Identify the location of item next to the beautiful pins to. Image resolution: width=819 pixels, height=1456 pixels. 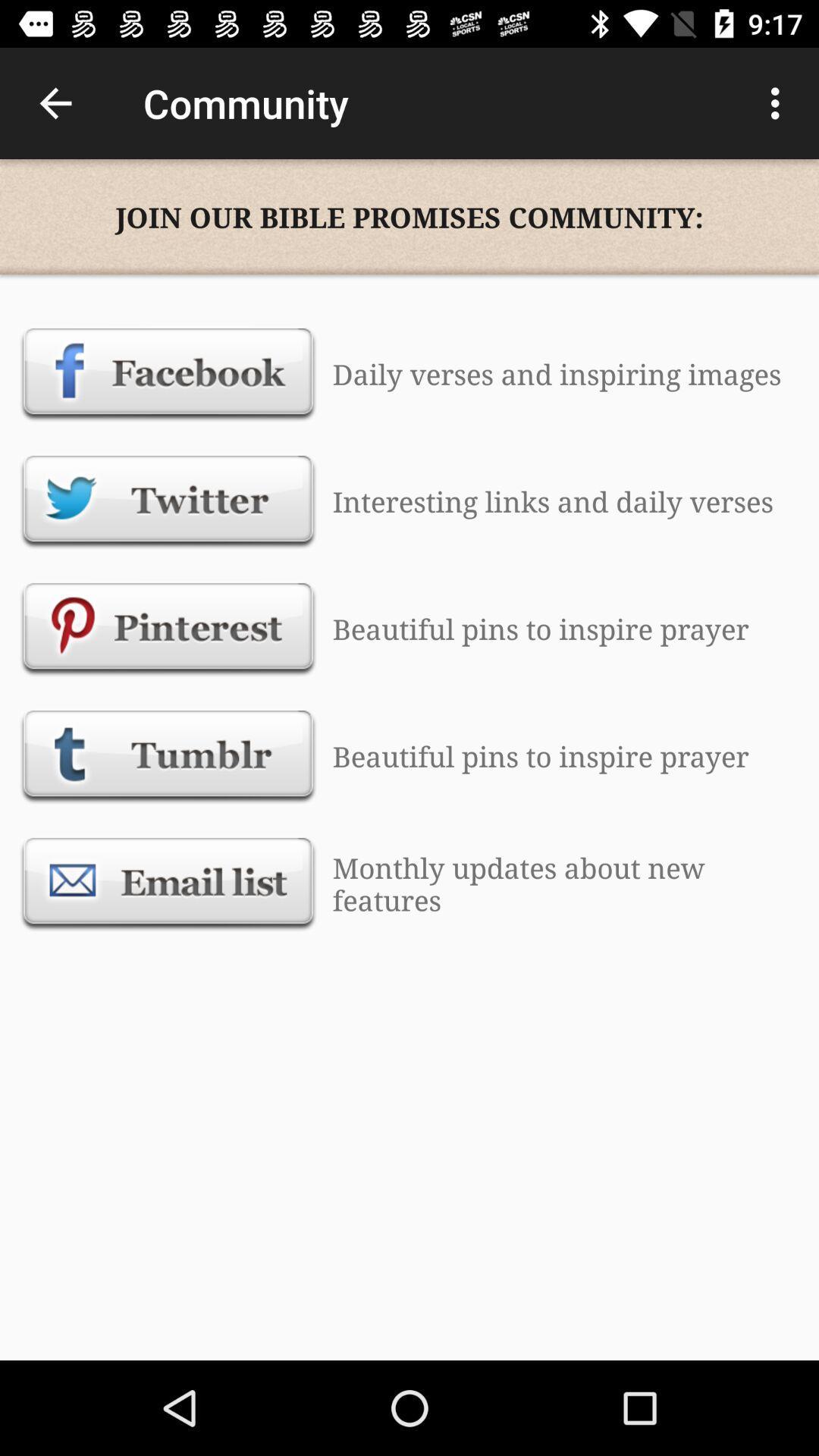
(168, 629).